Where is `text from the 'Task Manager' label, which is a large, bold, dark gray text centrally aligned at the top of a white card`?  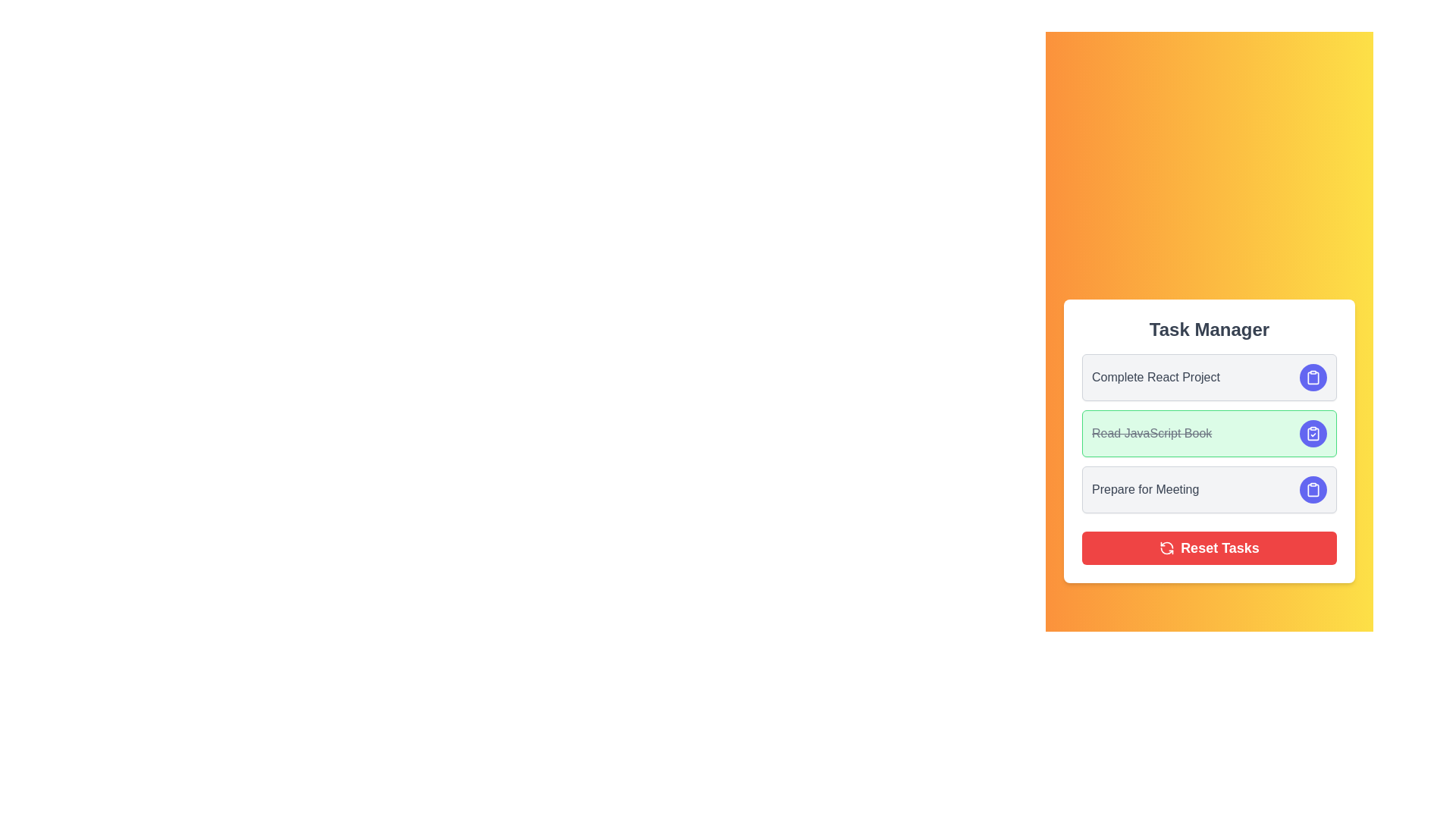 text from the 'Task Manager' label, which is a large, bold, dark gray text centrally aligned at the top of a white card is located at coordinates (1208, 329).